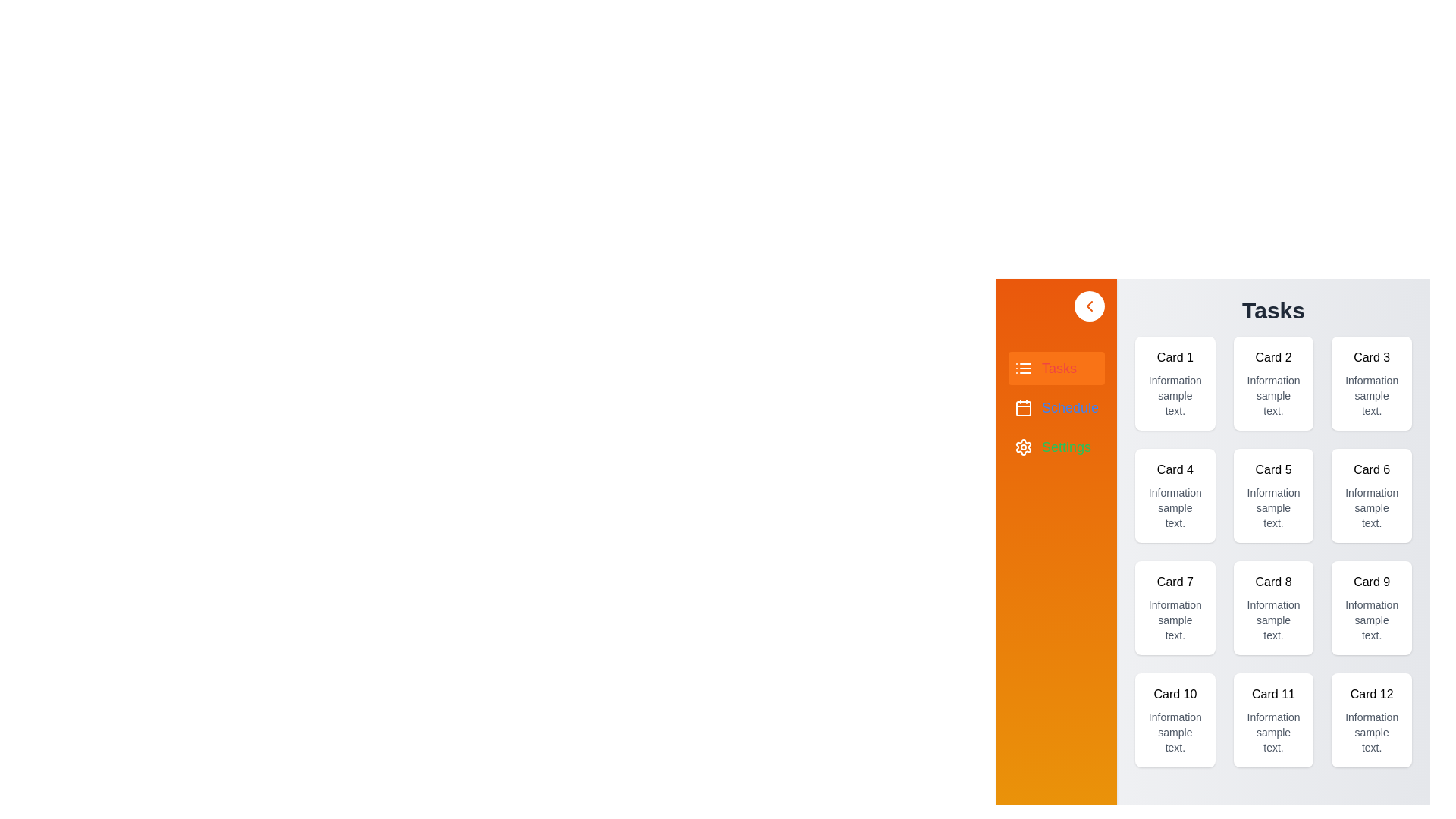  What do you see at coordinates (1056, 447) in the screenshot?
I see `the Settings section from the drawer` at bounding box center [1056, 447].